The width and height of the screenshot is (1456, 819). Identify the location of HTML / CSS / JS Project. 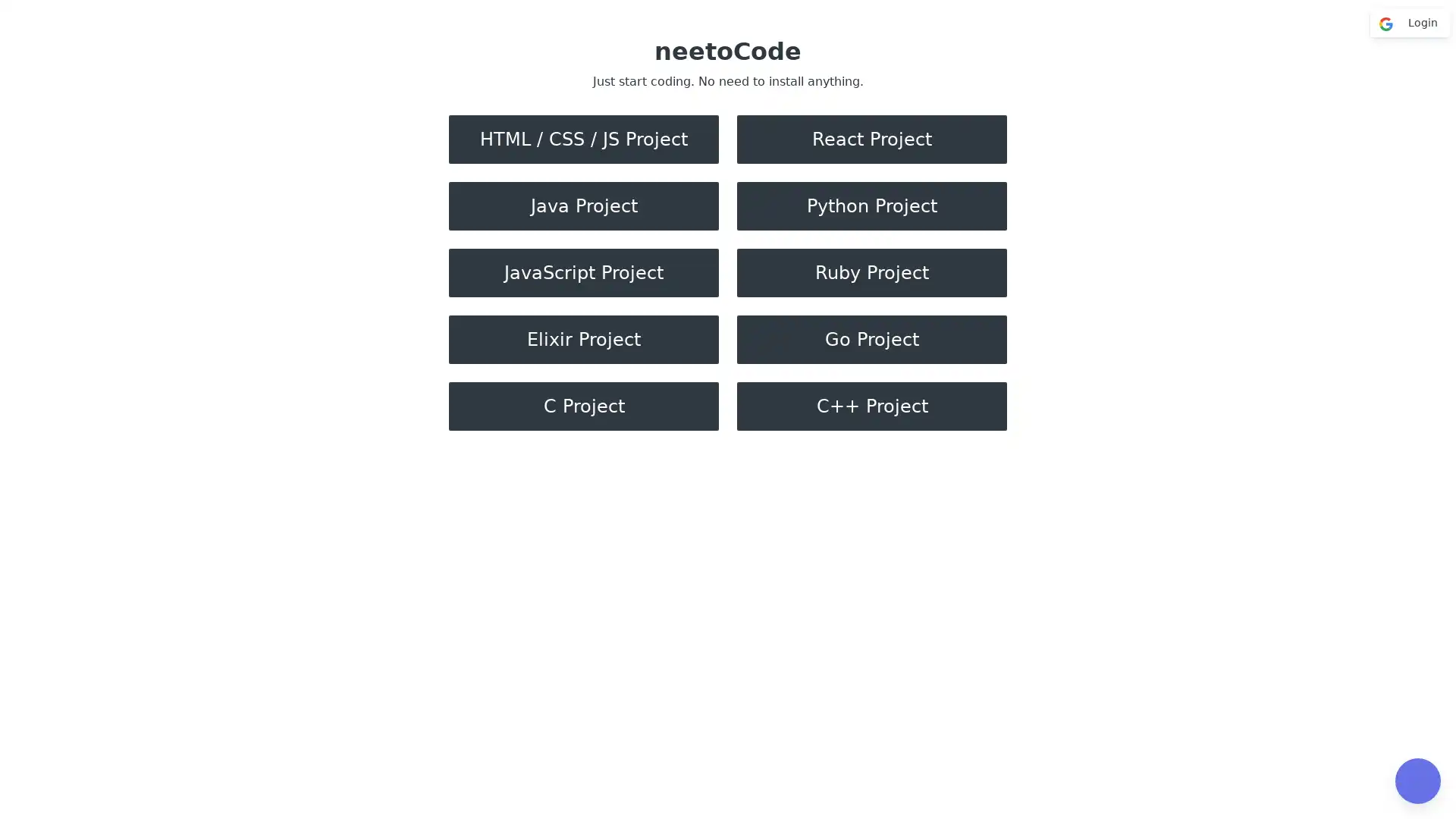
(582, 140).